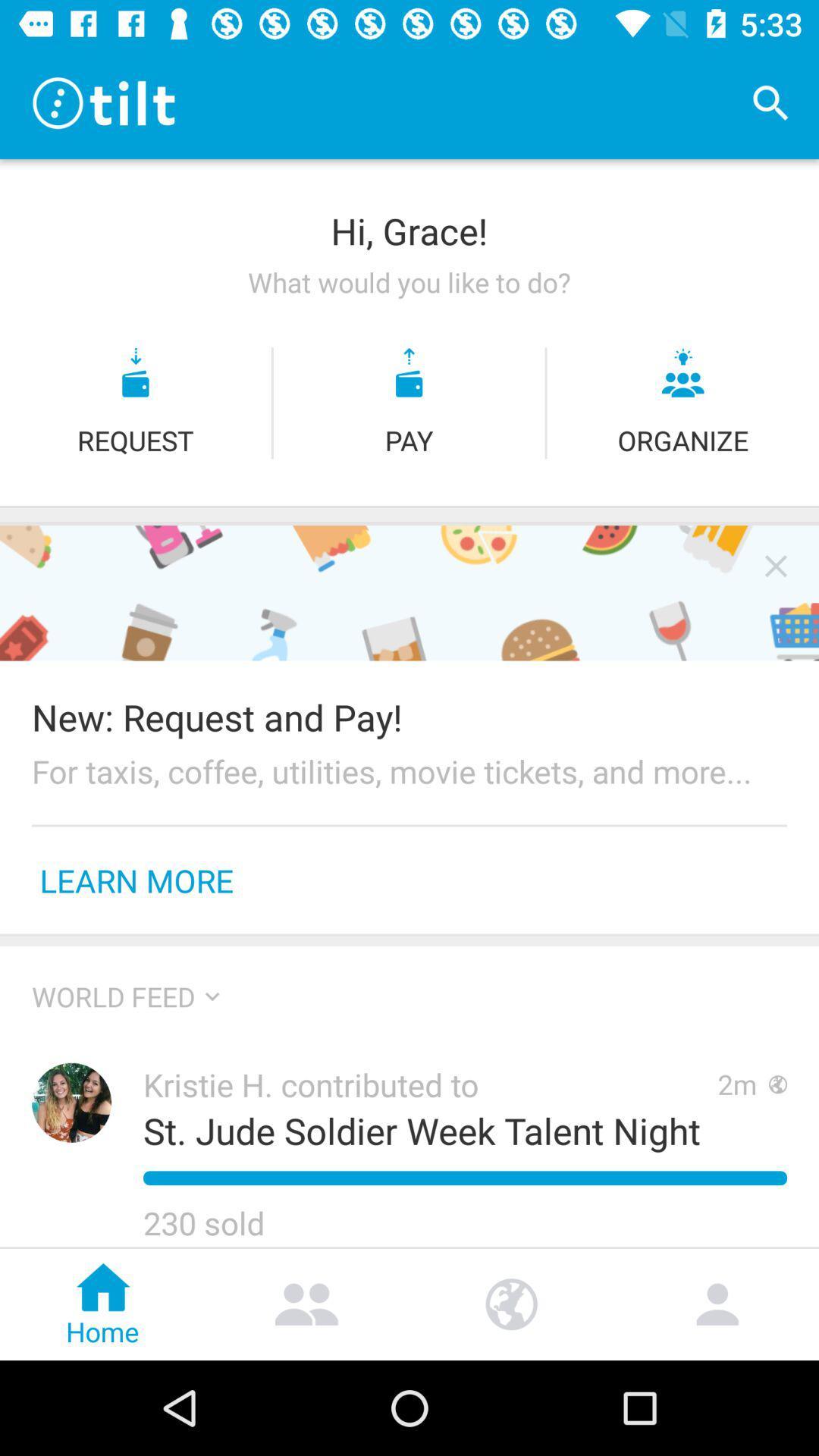 This screenshot has width=819, height=1456. I want to click on icon to the right of 2m item, so click(778, 1084).